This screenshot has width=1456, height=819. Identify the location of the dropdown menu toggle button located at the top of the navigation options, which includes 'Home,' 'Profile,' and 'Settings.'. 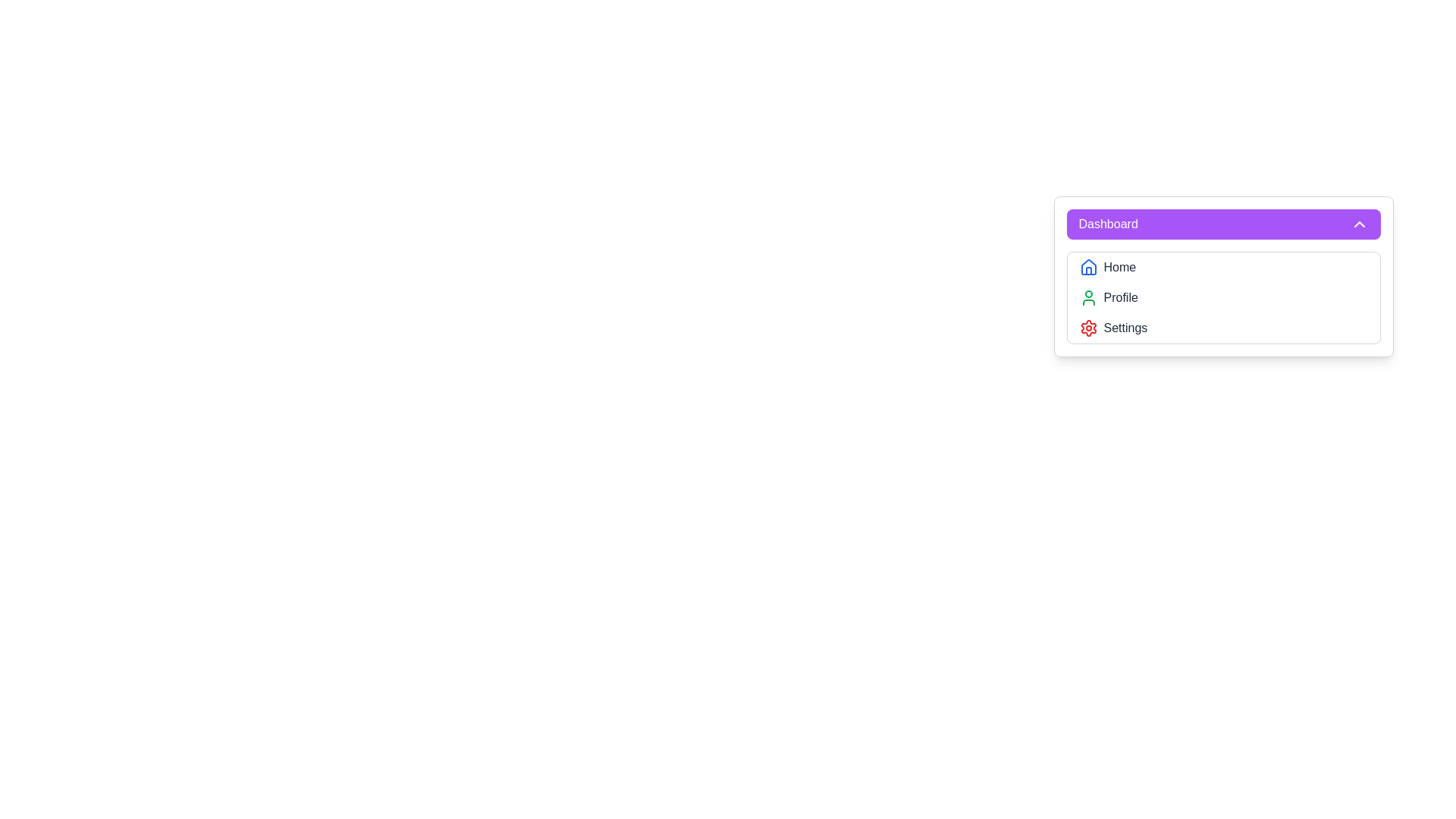
(1223, 224).